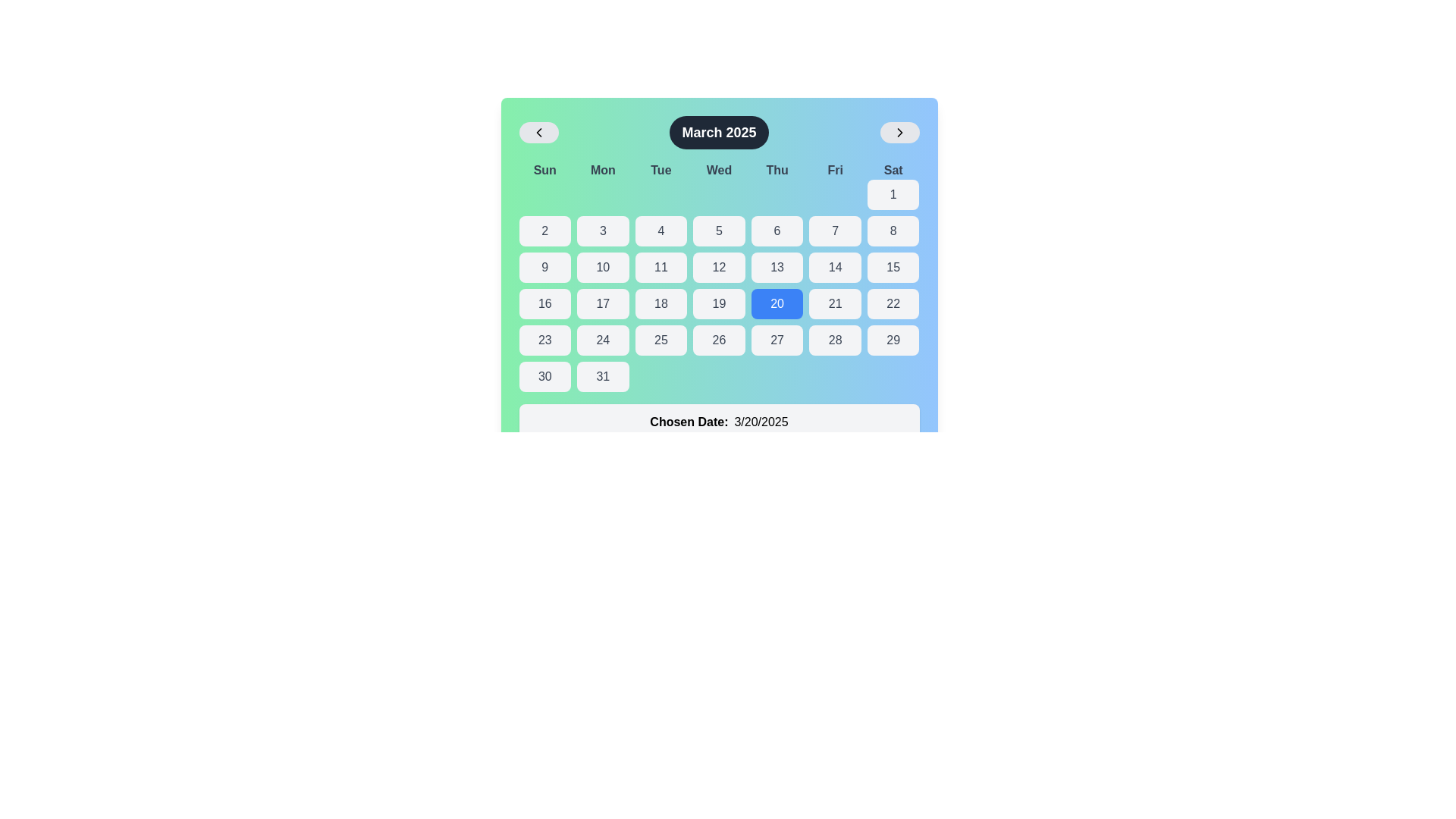  Describe the element at coordinates (834, 170) in the screenshot. I see `the label displaying 'Fri' in bold gray font, which is the sixth element among the days of the week in the calendar header, positioned between 'Thu' and 'Sat'` at that location.